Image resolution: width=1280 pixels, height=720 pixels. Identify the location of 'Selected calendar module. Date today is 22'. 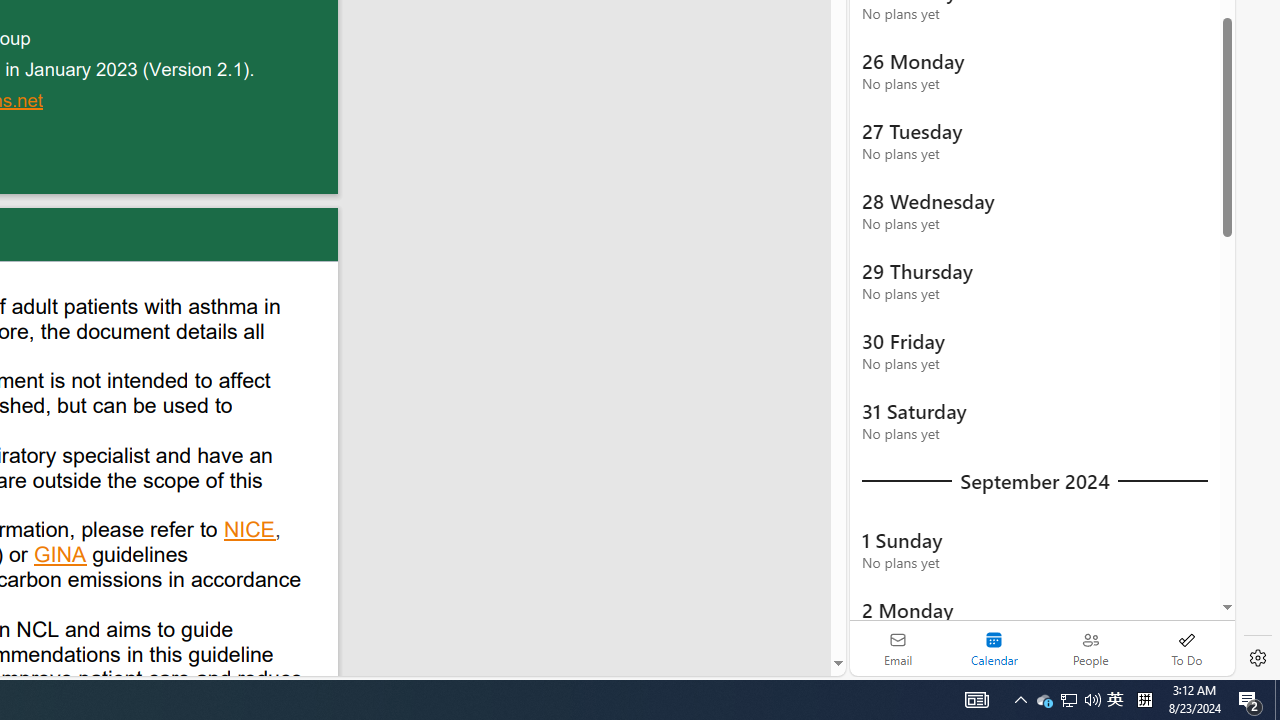
(994, 648).